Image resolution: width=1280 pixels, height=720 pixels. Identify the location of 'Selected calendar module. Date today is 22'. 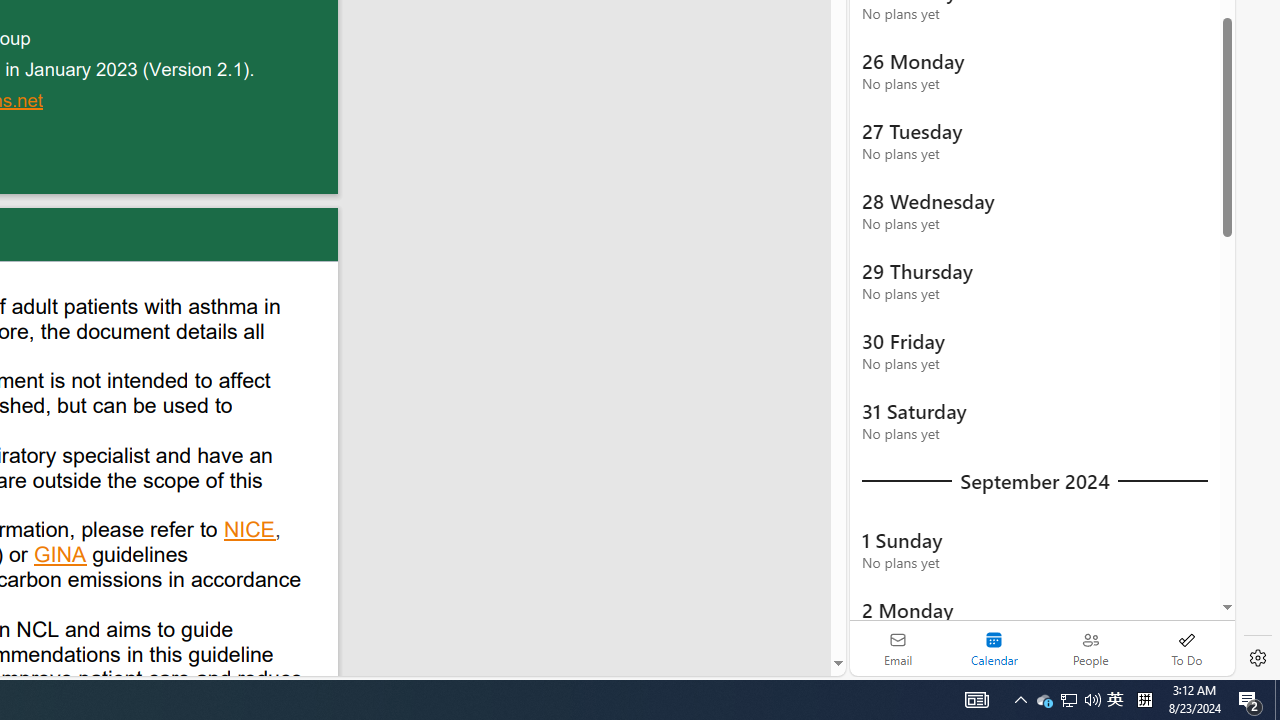
(994, 648).